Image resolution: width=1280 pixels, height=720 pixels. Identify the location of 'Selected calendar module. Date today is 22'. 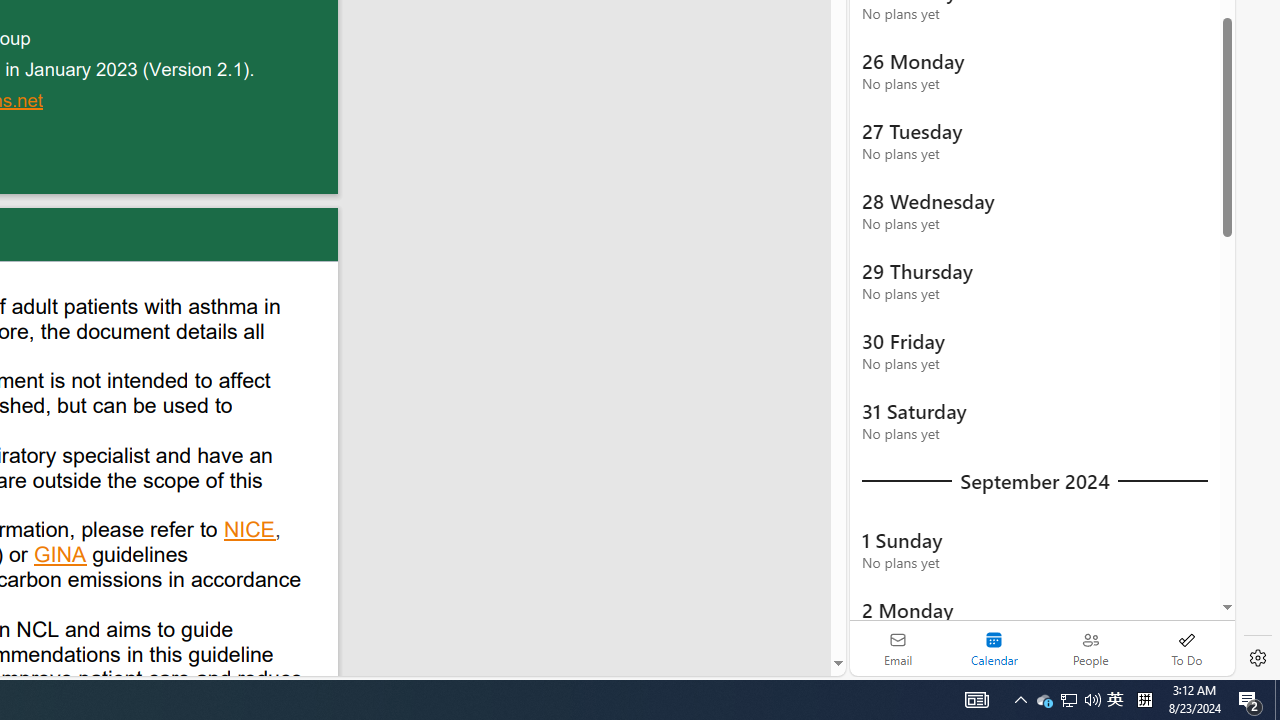
(994, 648).